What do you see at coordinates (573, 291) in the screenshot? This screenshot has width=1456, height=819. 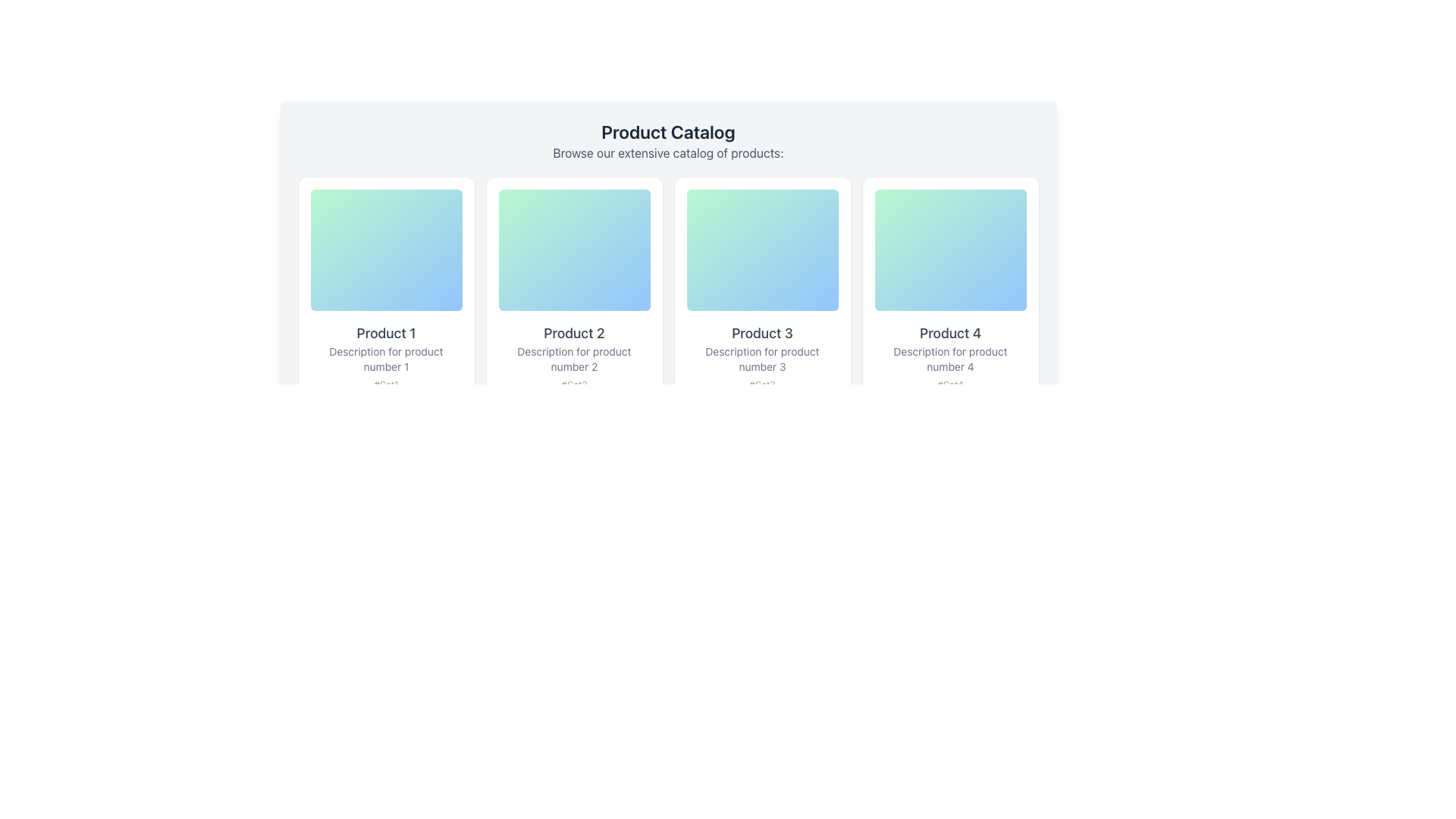 I see `the second product card in the grid` at bounding box center [573, 291].